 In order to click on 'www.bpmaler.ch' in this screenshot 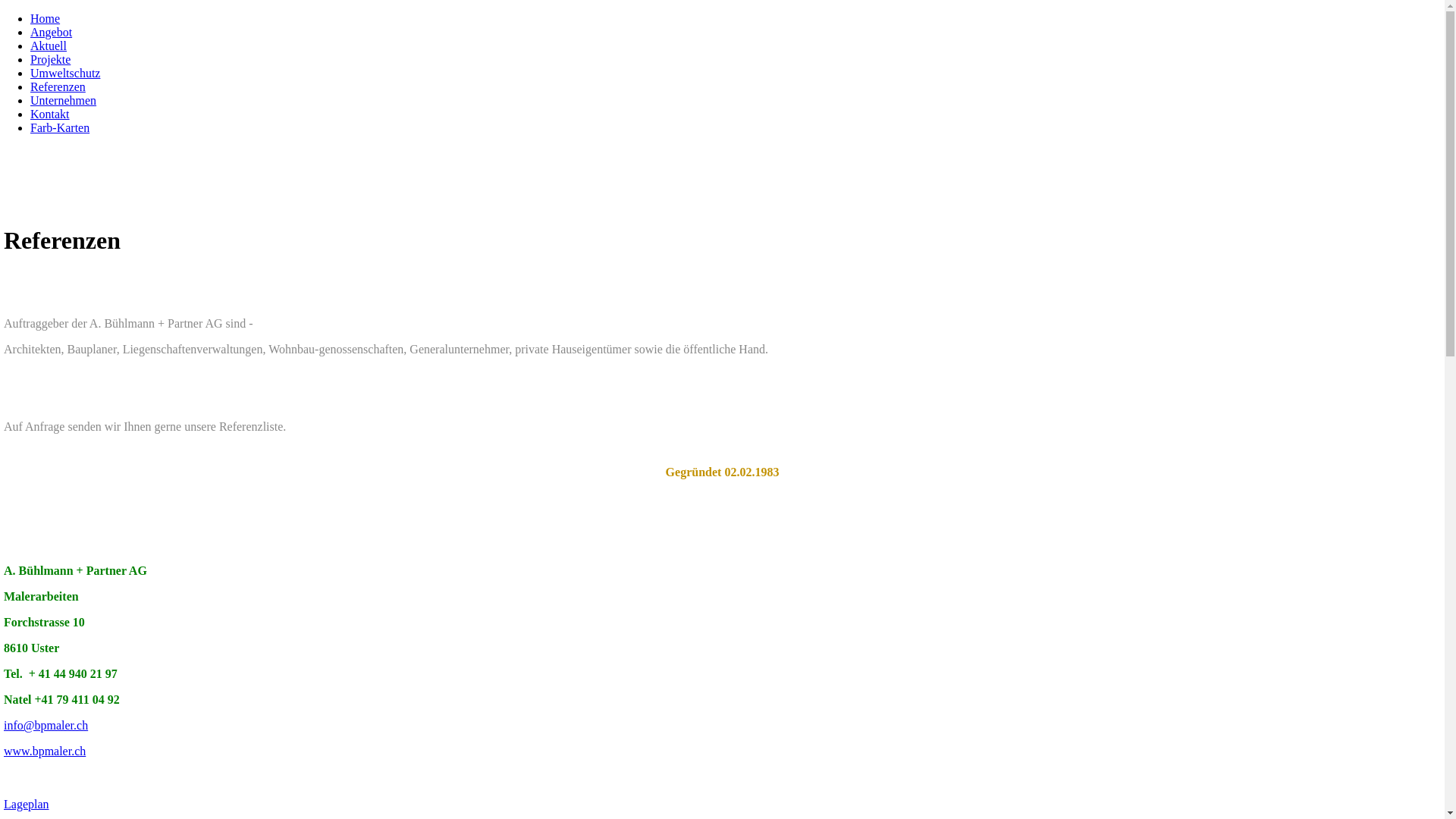, I will do `click(44, 751)`.